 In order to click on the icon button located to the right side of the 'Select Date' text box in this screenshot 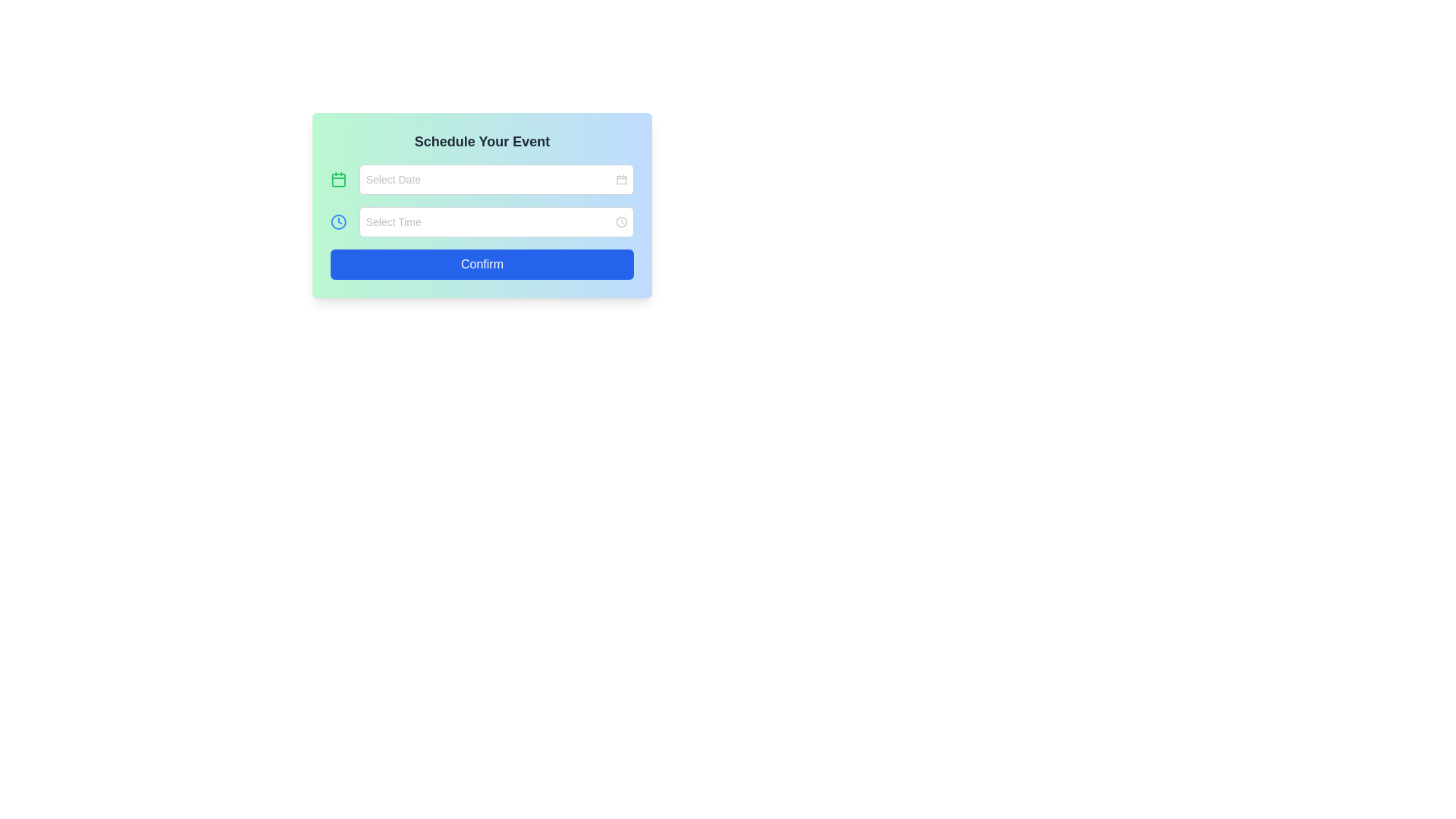, I will do `click(622, 178)`.